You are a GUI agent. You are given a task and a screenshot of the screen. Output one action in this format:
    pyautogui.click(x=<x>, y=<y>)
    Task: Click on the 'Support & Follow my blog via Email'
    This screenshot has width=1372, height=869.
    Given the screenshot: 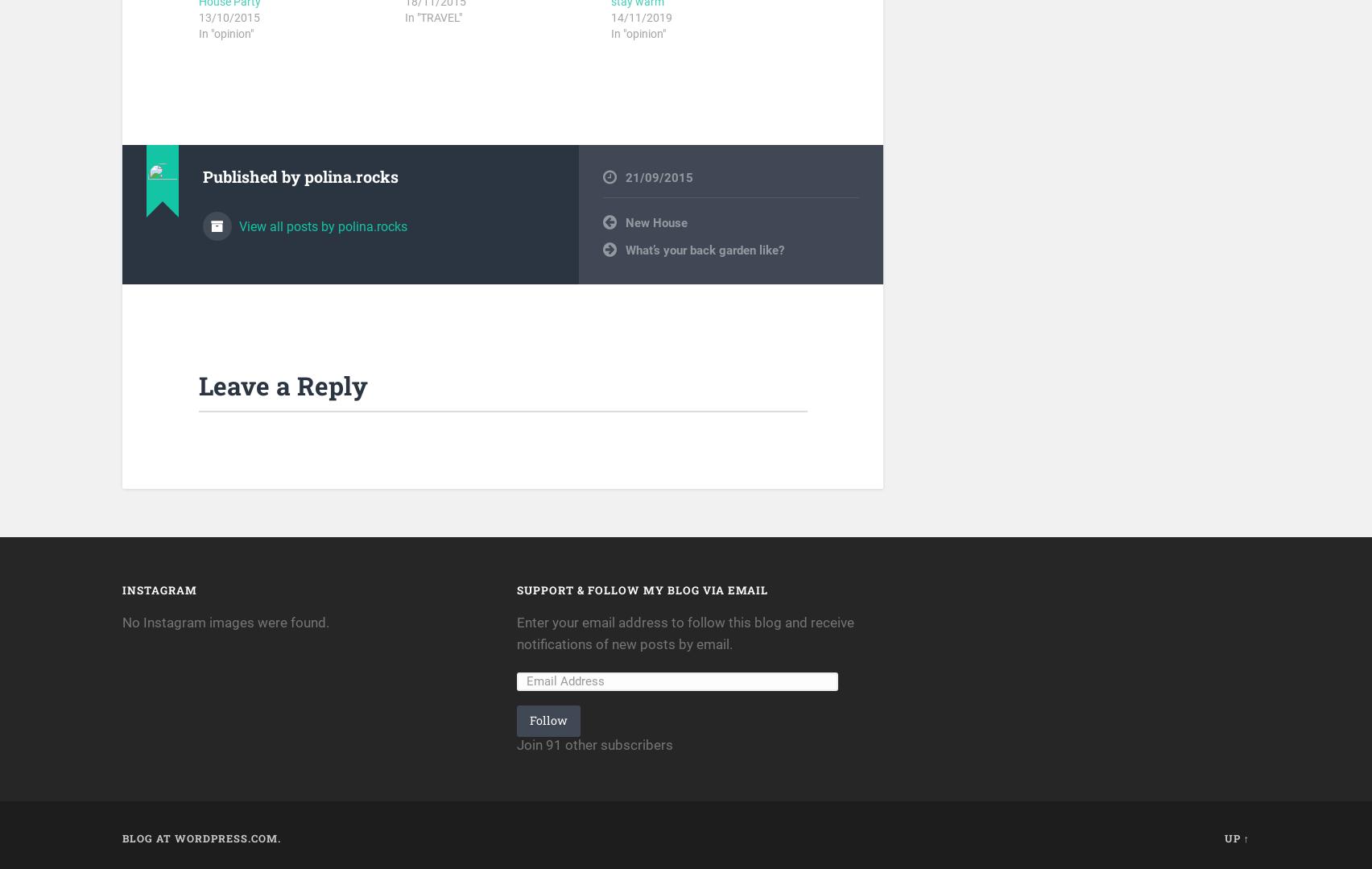 What is the action you would take?
    pyautogui.click(x=516, y=588)
    